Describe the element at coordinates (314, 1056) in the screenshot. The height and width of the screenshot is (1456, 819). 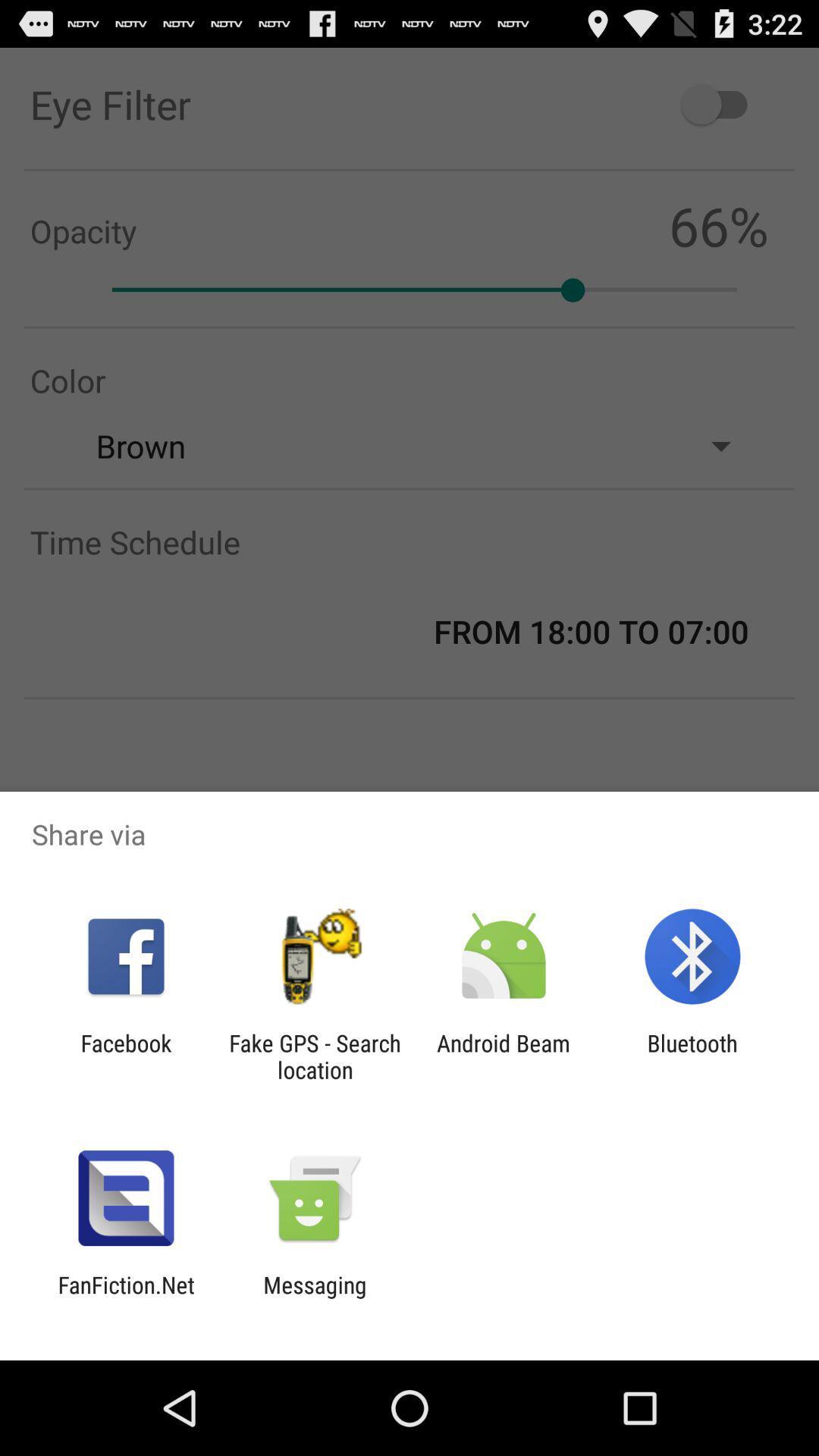
I see `icon next to the android beam app` at that location.